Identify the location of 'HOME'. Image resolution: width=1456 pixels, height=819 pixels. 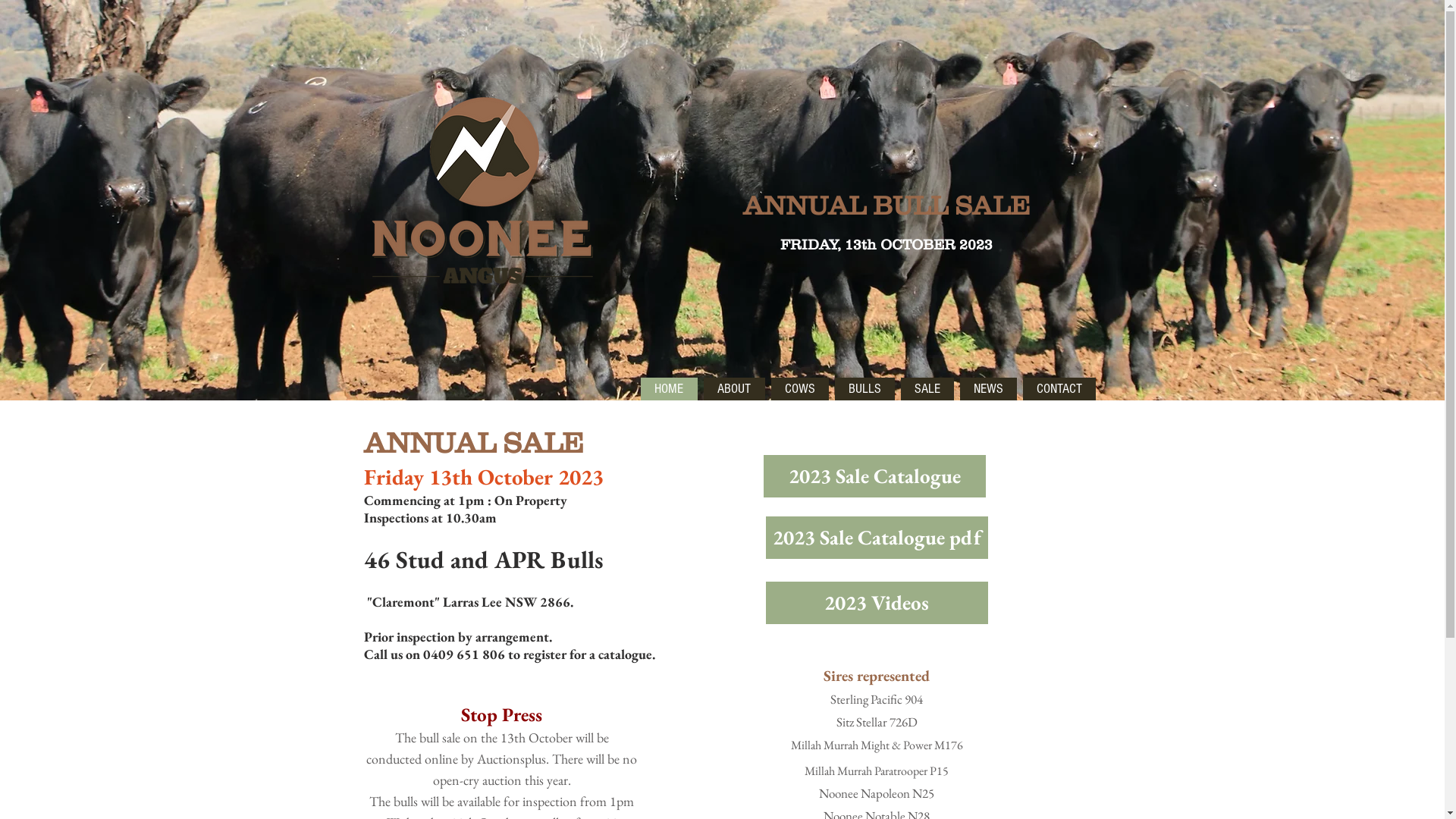
(667, 388).